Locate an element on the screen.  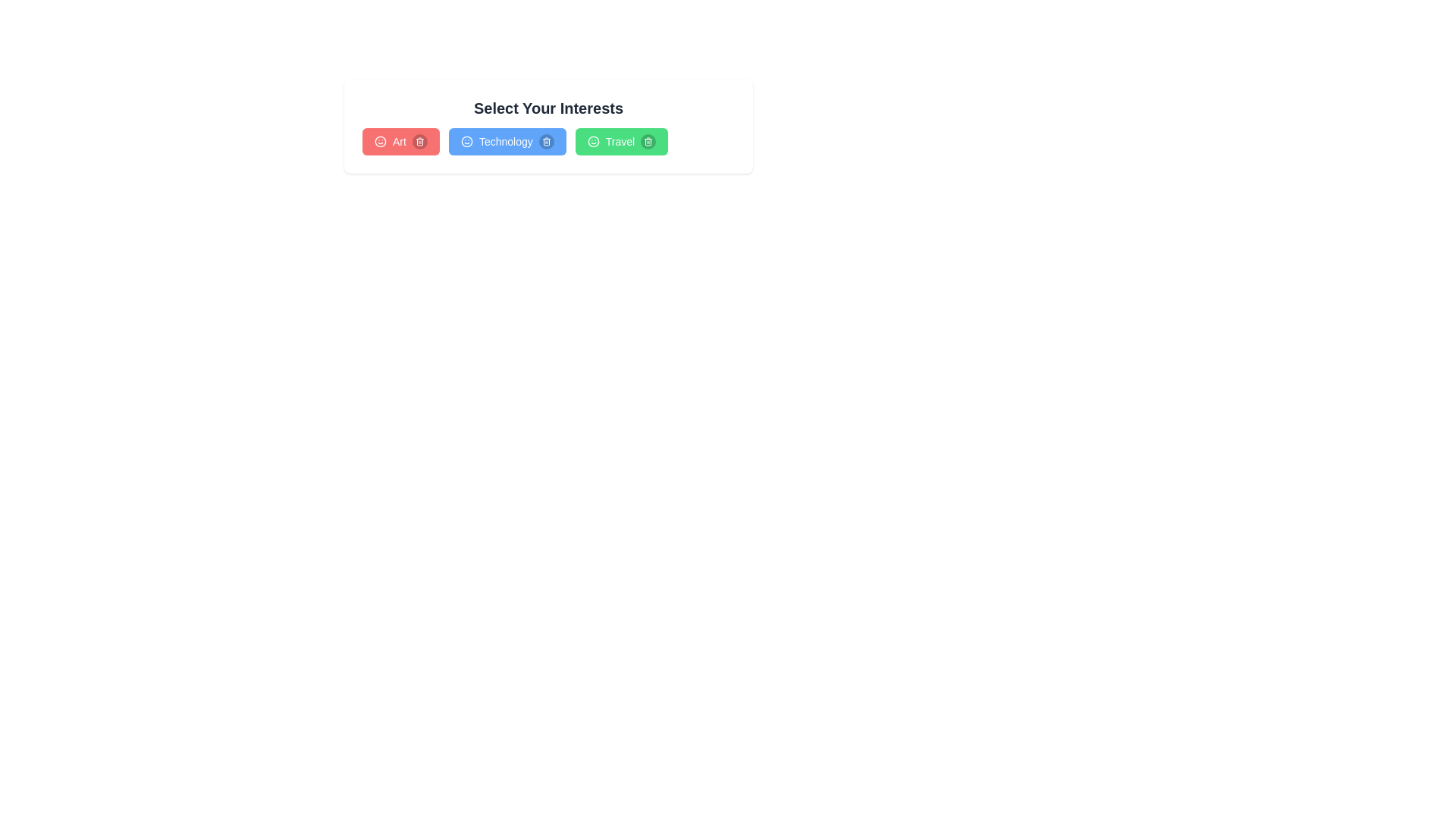
the interest Technology to observe its hover effect is located at coordinates (507, 141).